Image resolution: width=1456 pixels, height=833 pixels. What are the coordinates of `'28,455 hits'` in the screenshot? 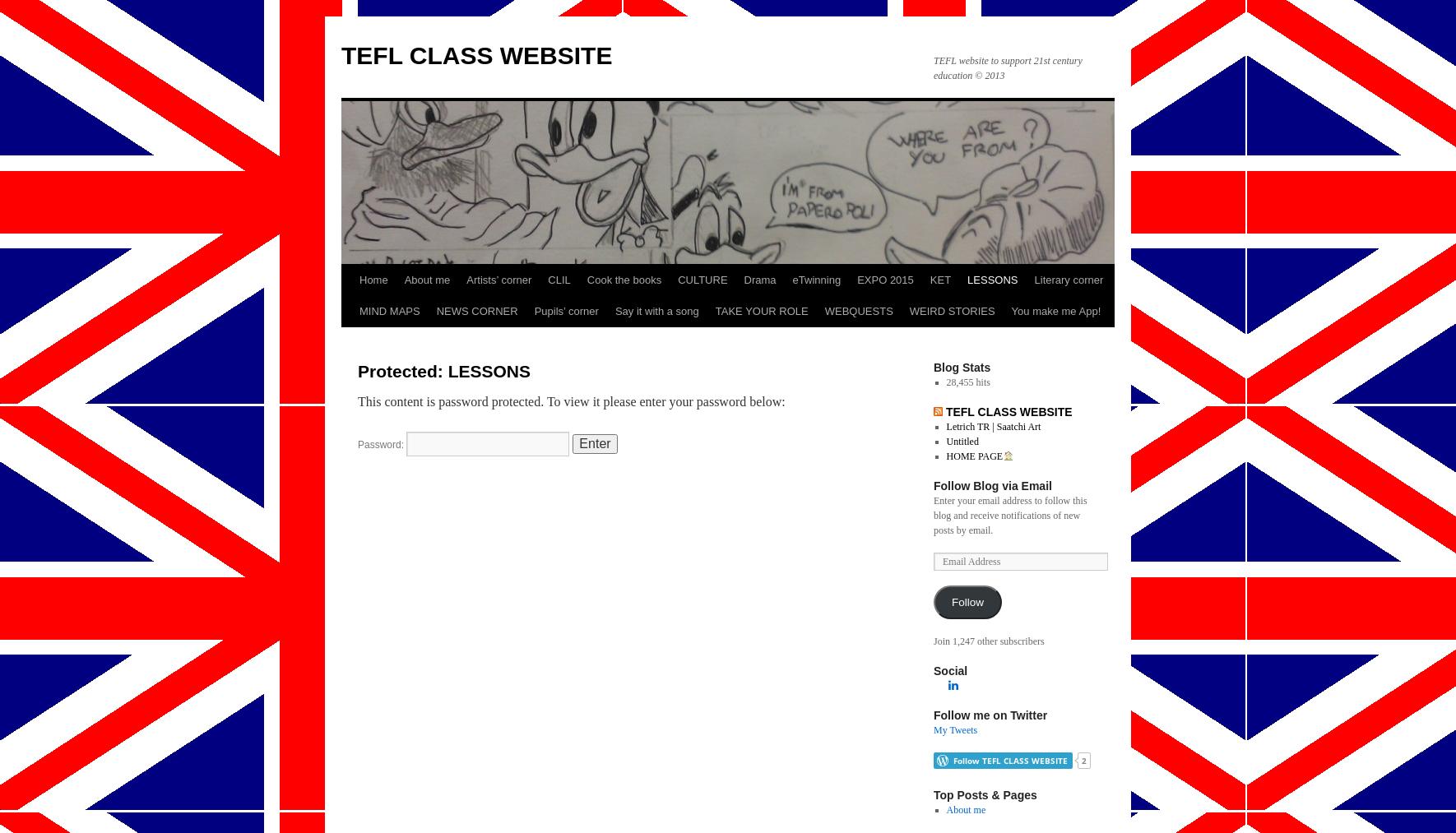 It's located at (967, 381).